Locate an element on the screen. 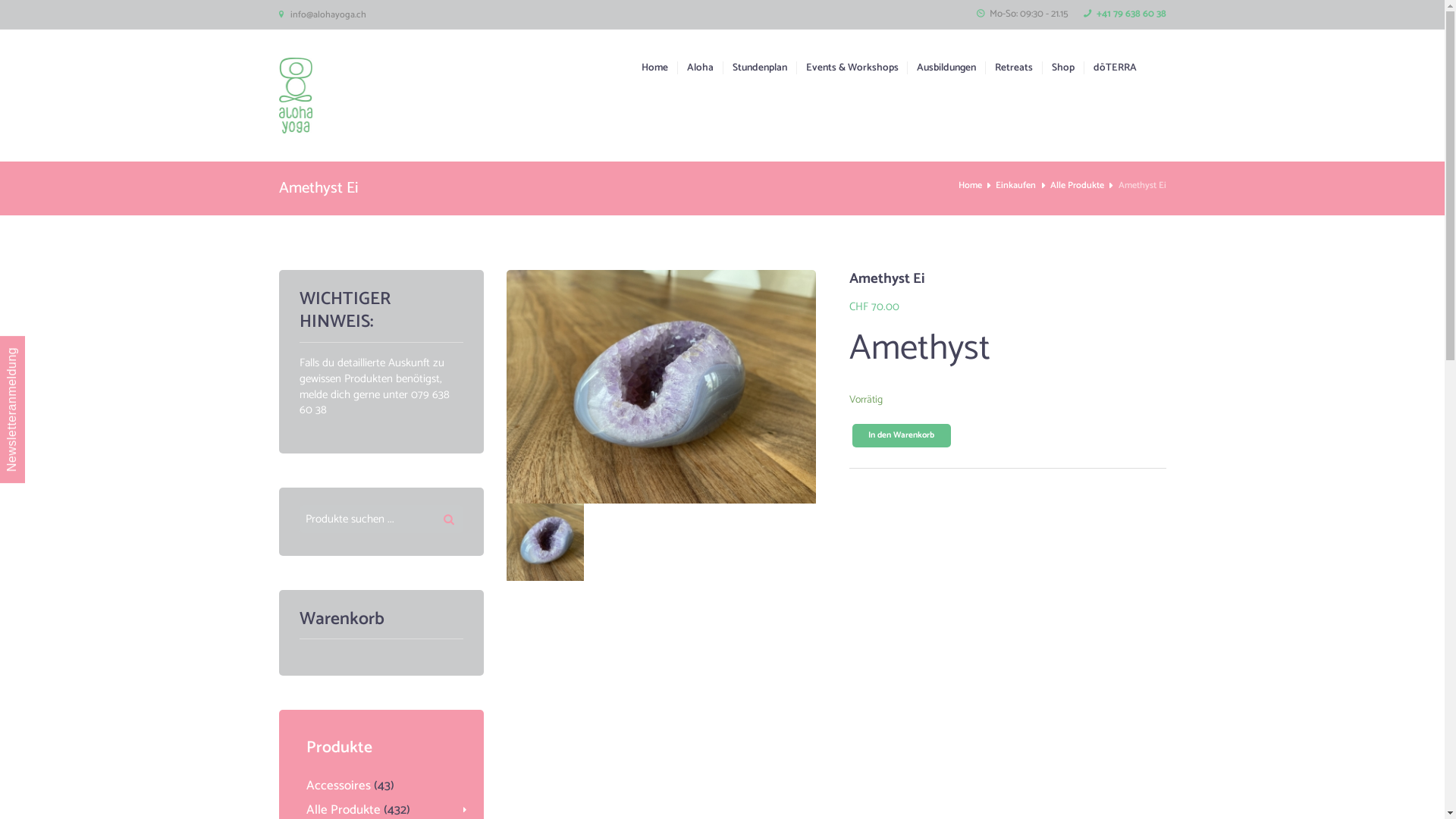  'IMG_2562' is located at coordinates (545, 541).